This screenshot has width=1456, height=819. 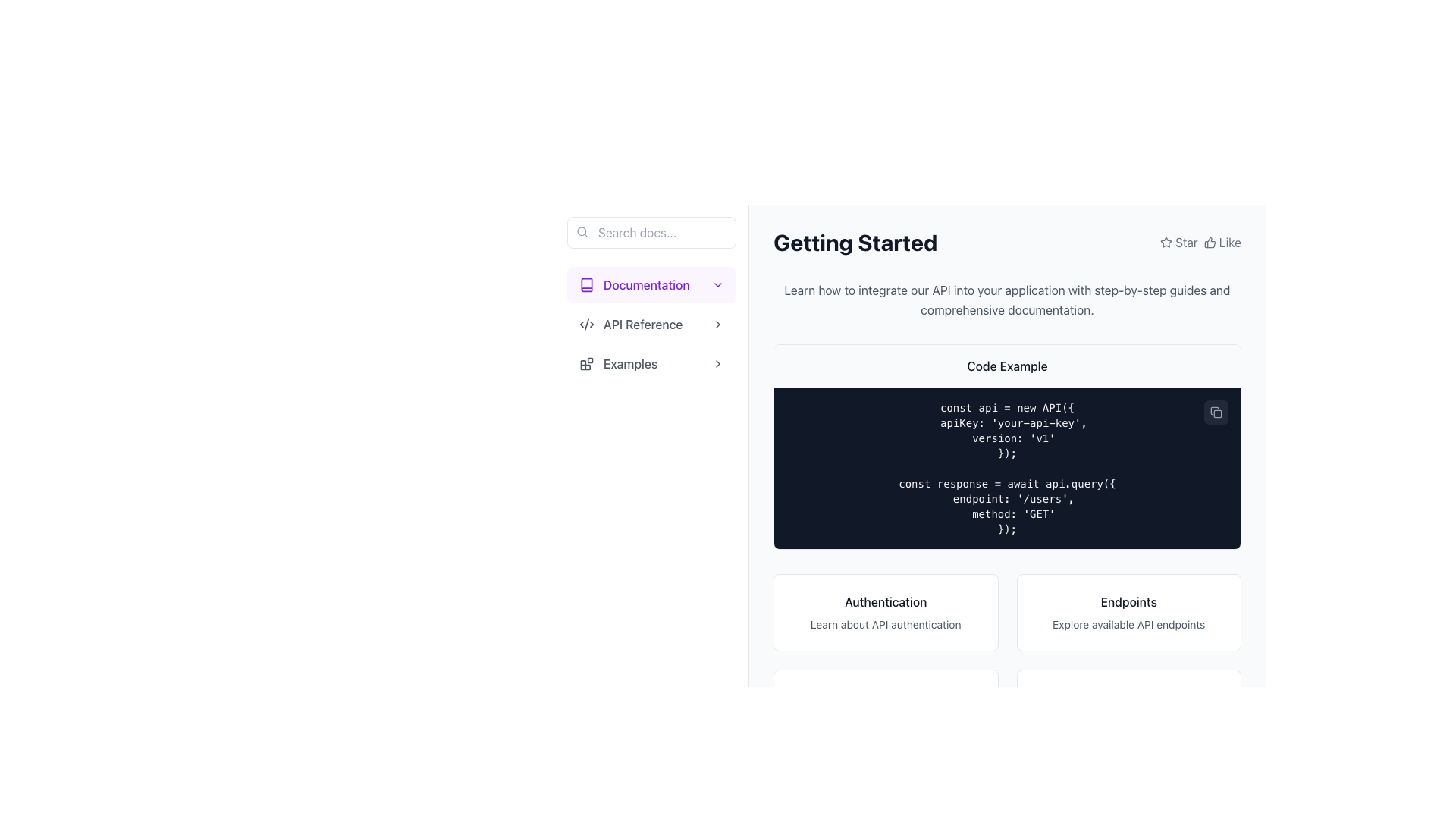 What do you see at coordinates (1178, 242) in the screenshot?
I see `the star button located in the top-right corner of the main content area` at bounding box center [1178, 242].